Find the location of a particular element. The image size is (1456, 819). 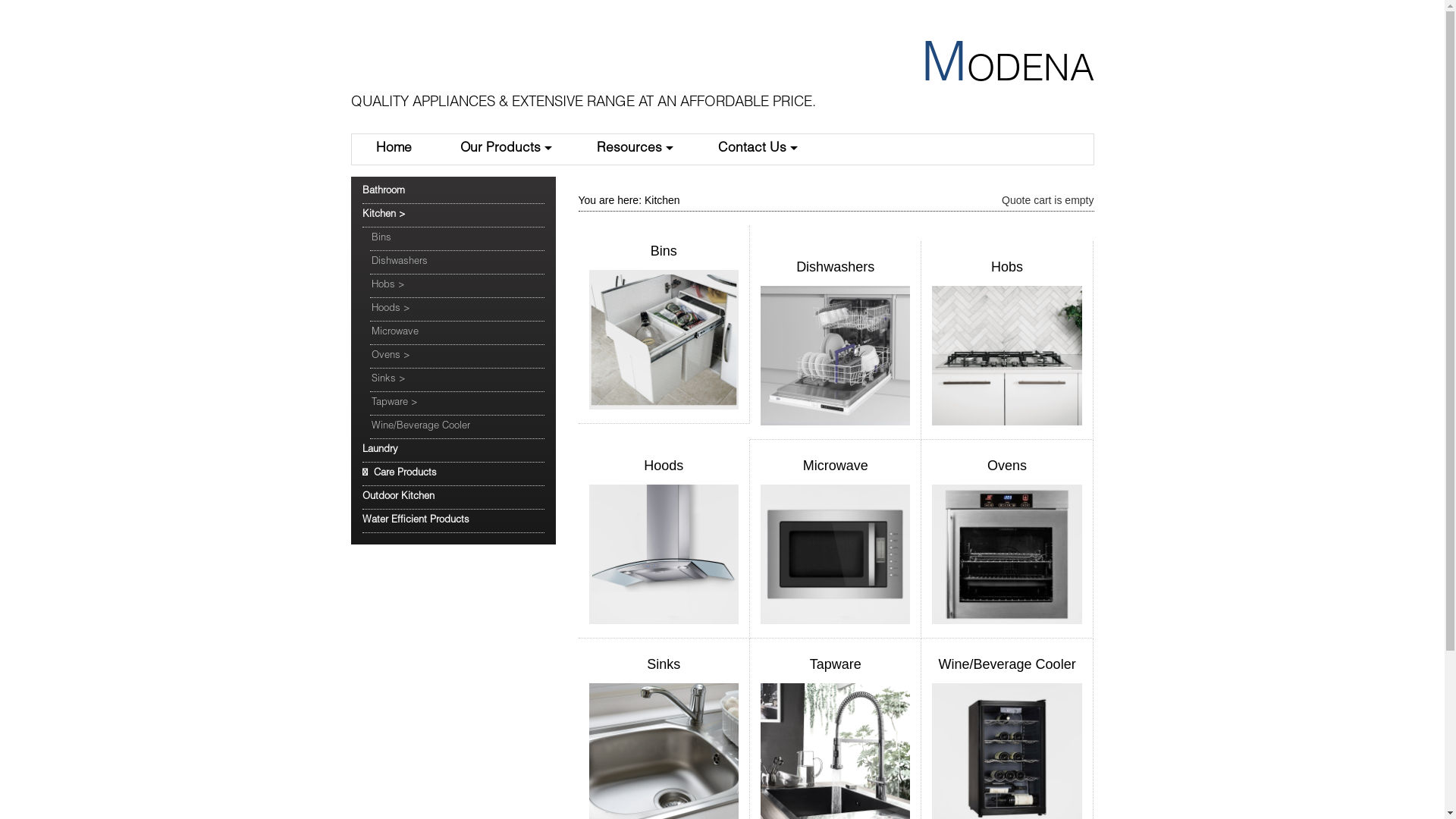

'Contact Us' is located at coordinates (755, 149).